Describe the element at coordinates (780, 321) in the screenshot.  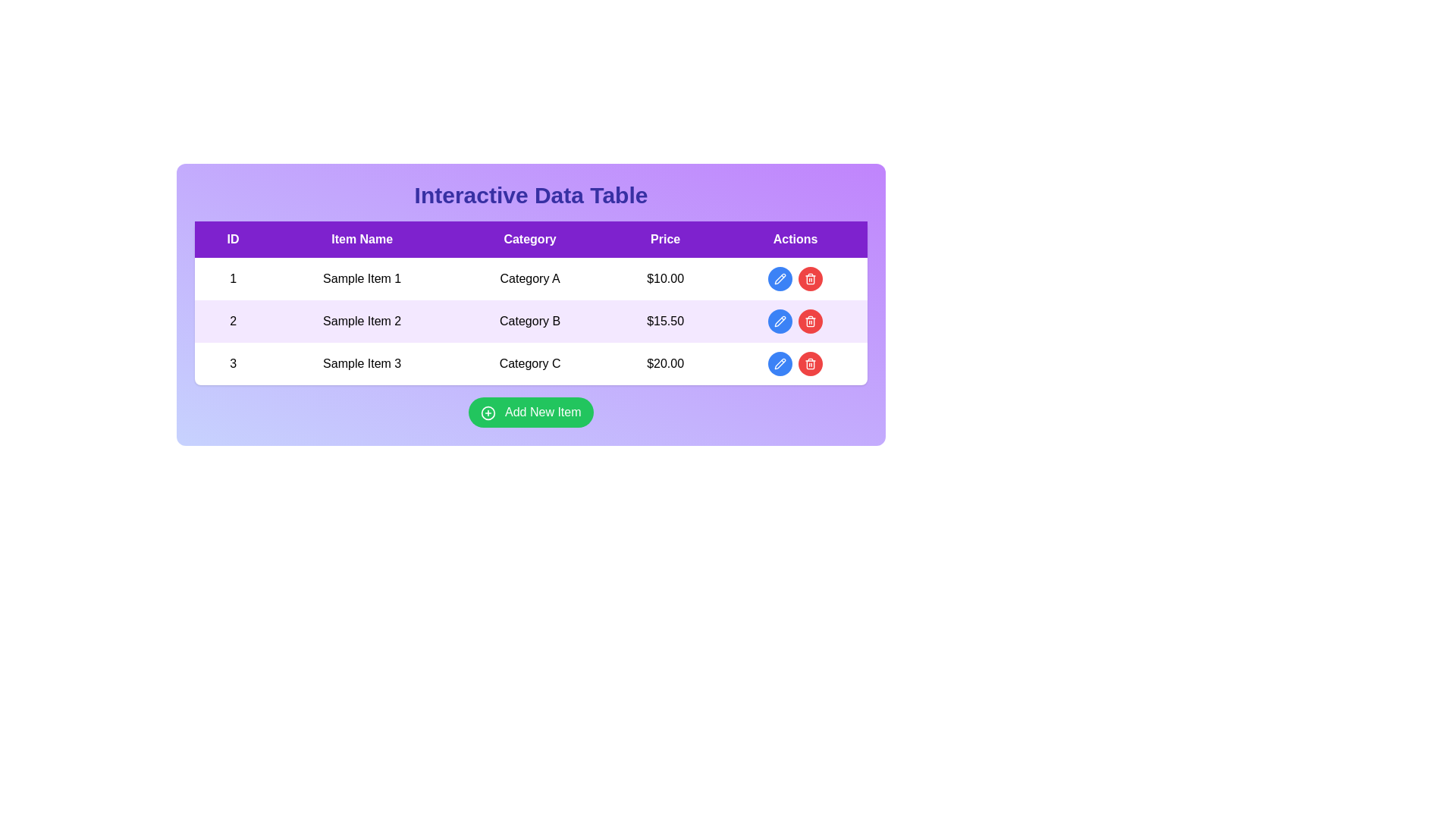
I see `the edit button located in the 'Actions' column of the second row in the table` at that location.